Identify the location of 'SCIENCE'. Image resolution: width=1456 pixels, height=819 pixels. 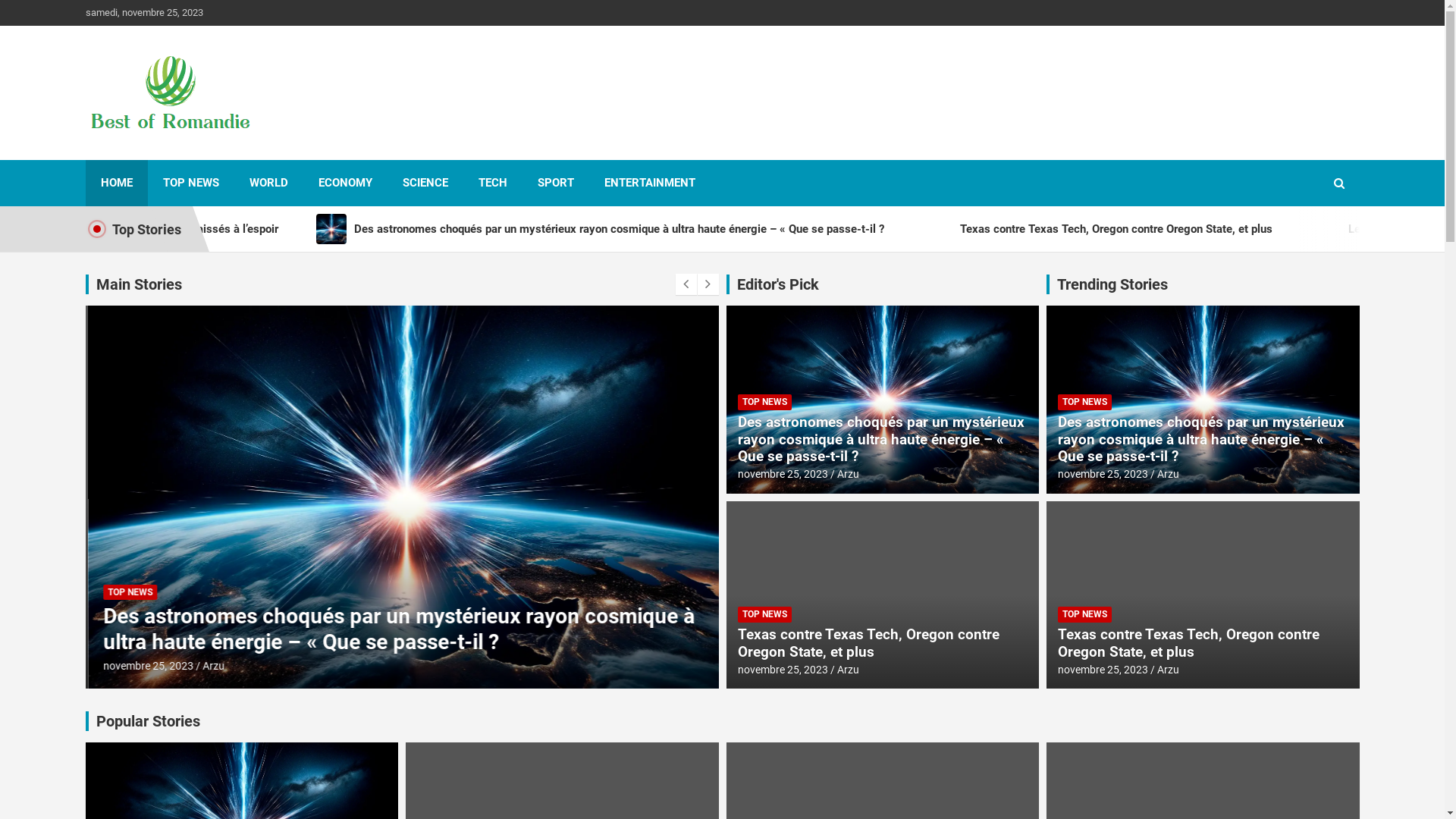
(425, 182).